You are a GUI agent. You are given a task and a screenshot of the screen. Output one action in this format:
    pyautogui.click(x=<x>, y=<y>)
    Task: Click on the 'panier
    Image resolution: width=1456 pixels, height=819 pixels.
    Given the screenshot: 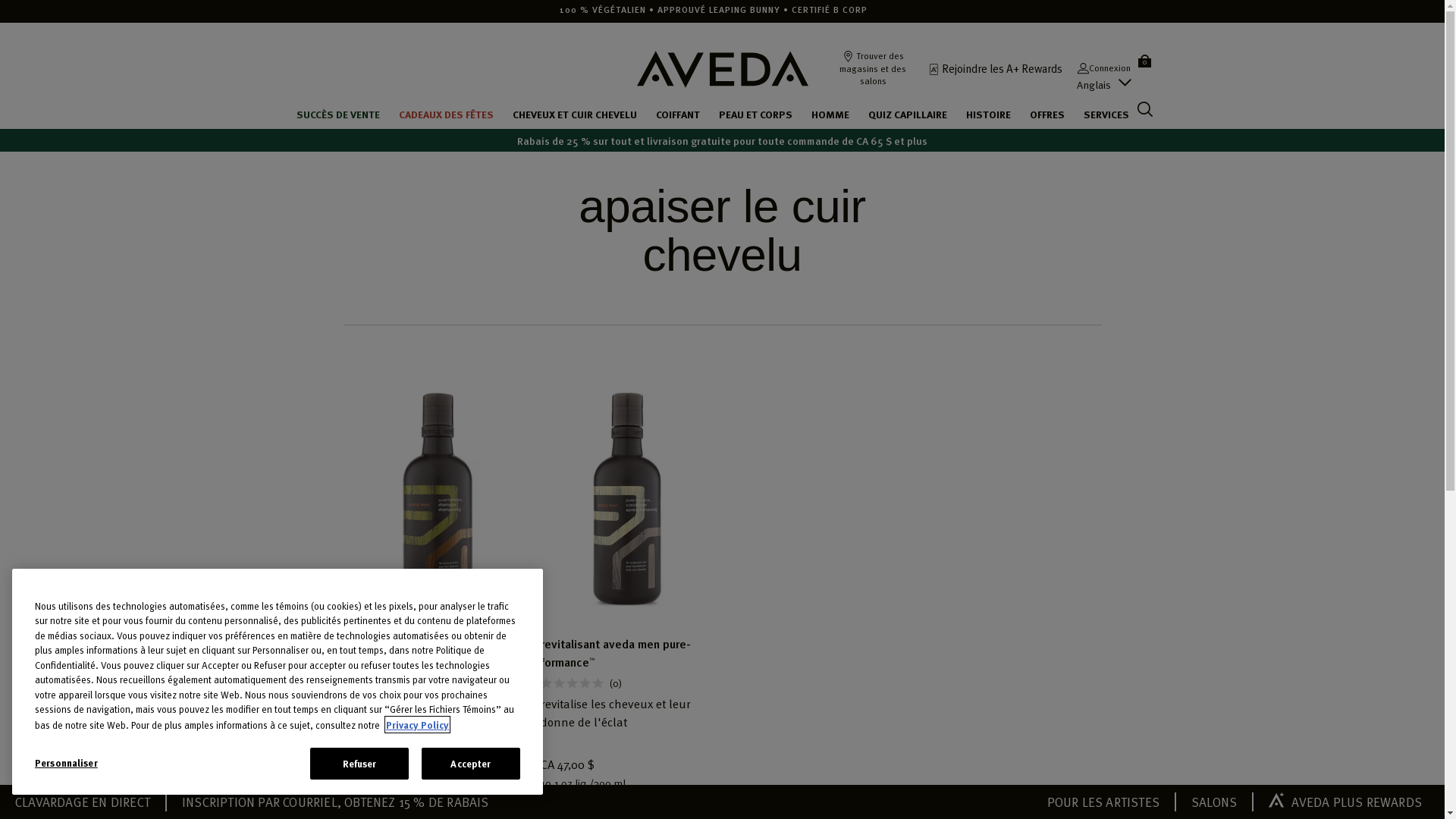 What is the action you would take?
    pyautogui.click(x=1137, y=58)
    